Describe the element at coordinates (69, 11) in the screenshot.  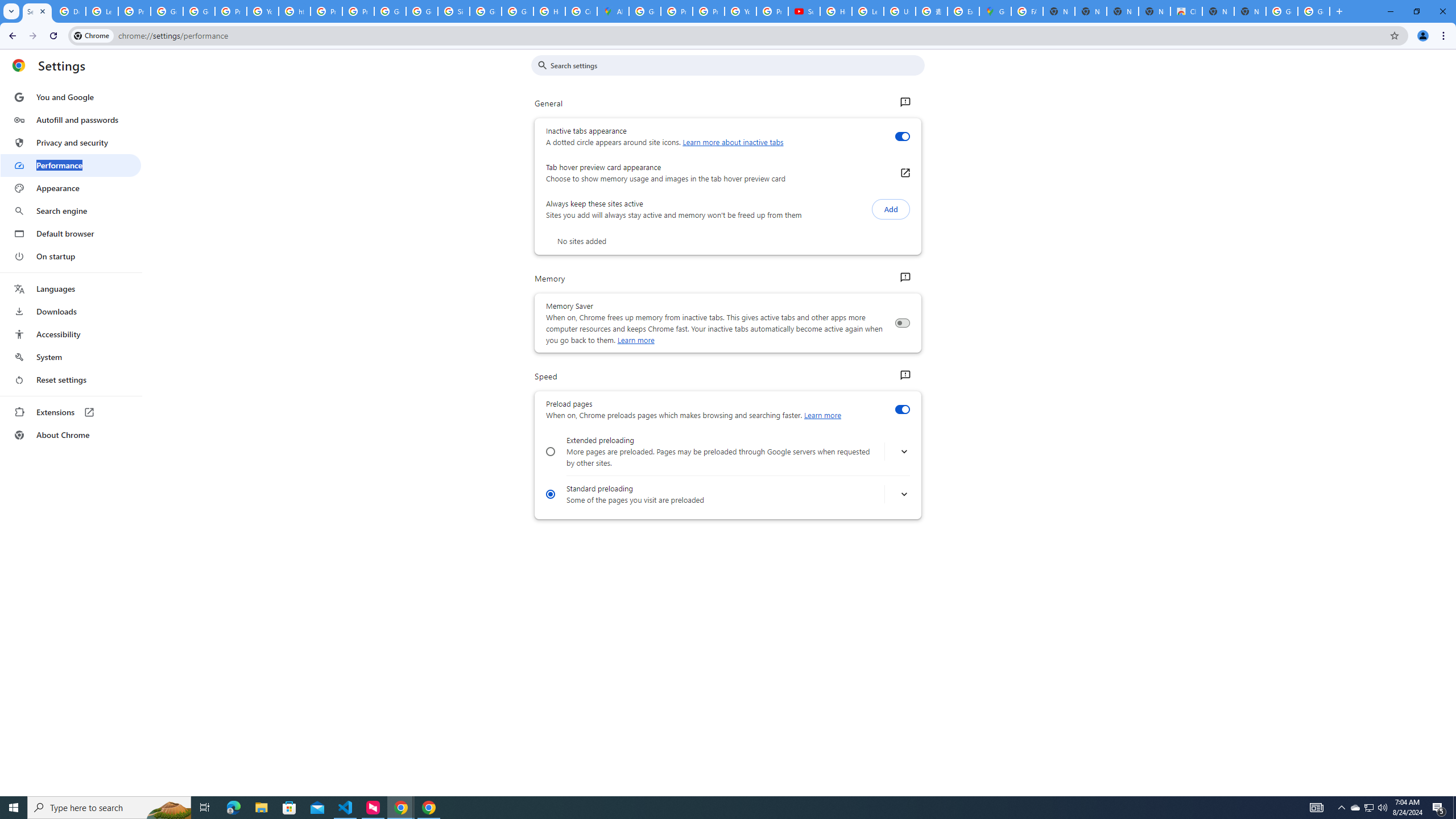
I see `'Delete photos & videos - Computer - Google Photos Help'` at that location.